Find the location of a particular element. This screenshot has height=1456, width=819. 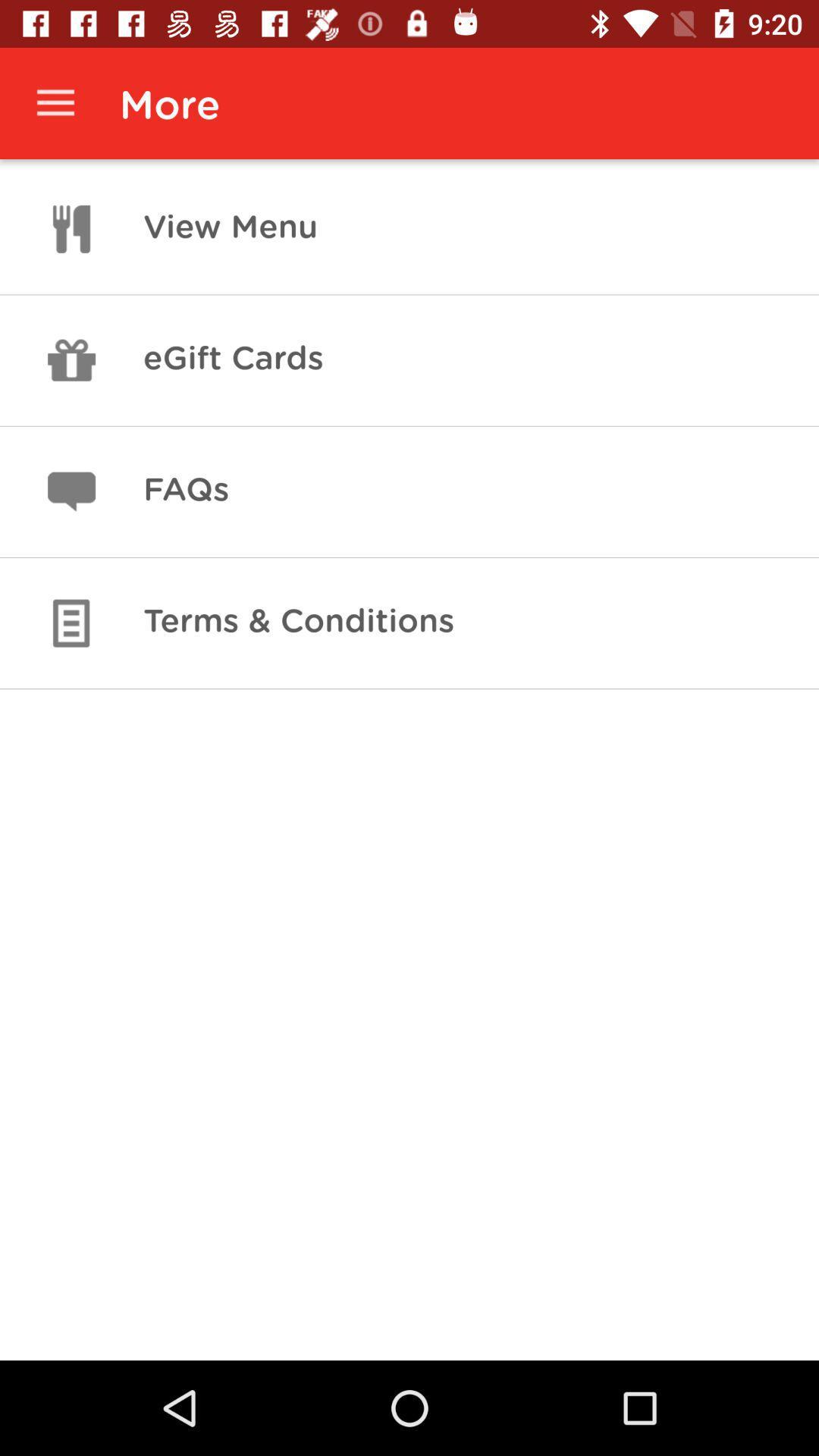

the view menu item is located at coordinates (231, 228).